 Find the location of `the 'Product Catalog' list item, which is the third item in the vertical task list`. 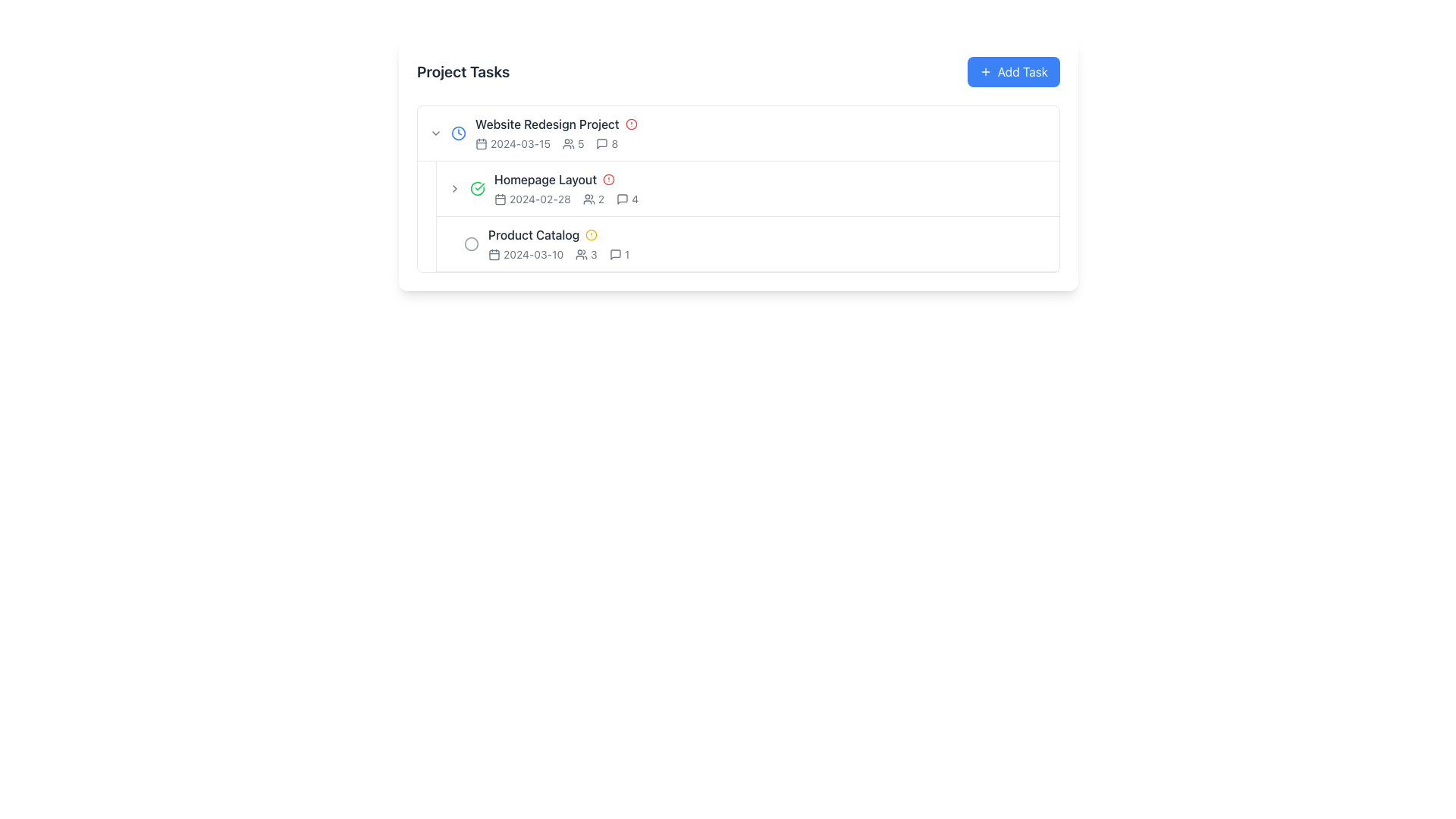

the 'Product Catalog' list item, which is the third item in the vertical task list is located at coordinates (748, 243).